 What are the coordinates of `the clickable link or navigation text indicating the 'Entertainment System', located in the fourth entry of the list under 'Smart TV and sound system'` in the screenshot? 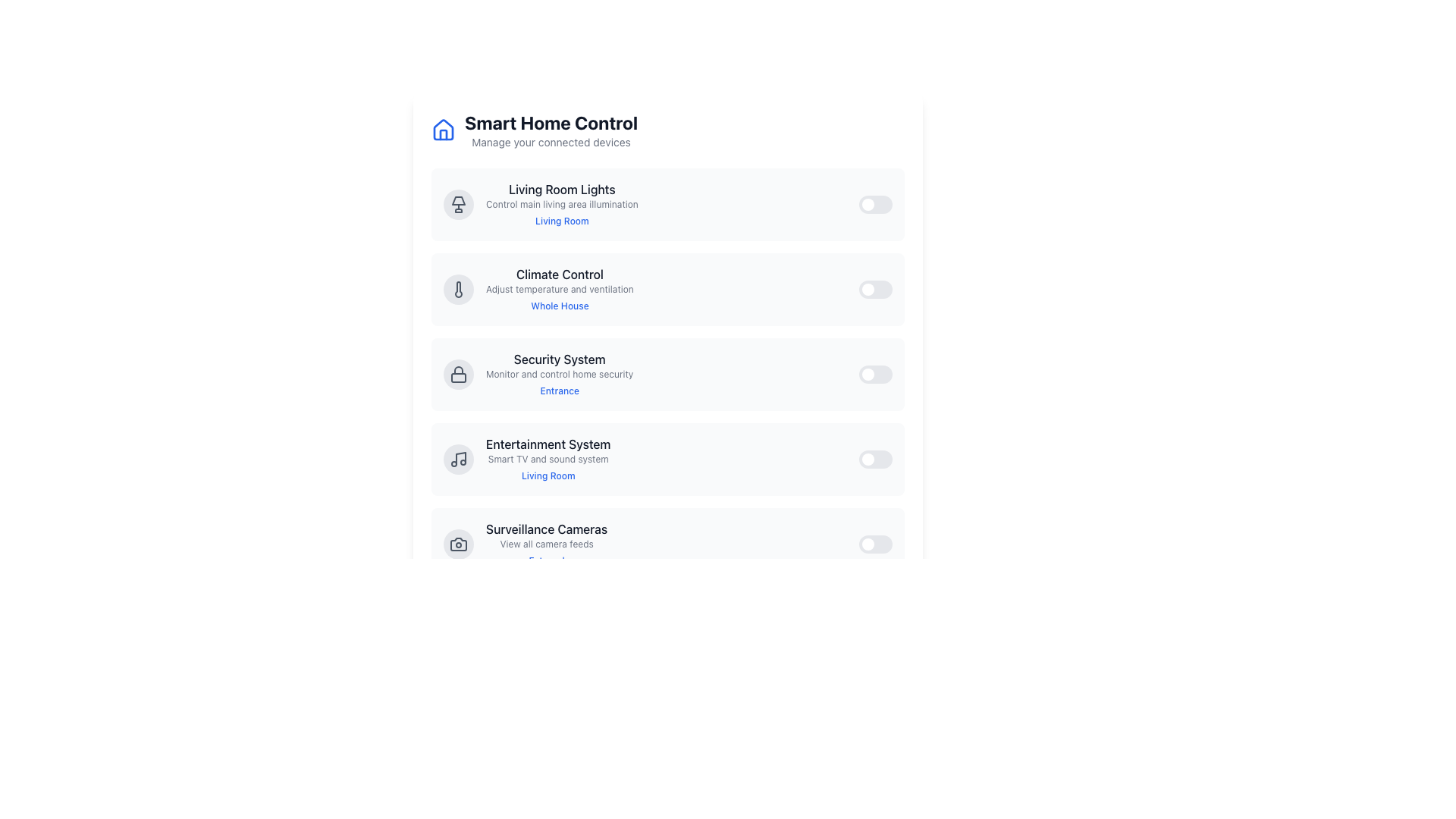 It's located at (548, 475).